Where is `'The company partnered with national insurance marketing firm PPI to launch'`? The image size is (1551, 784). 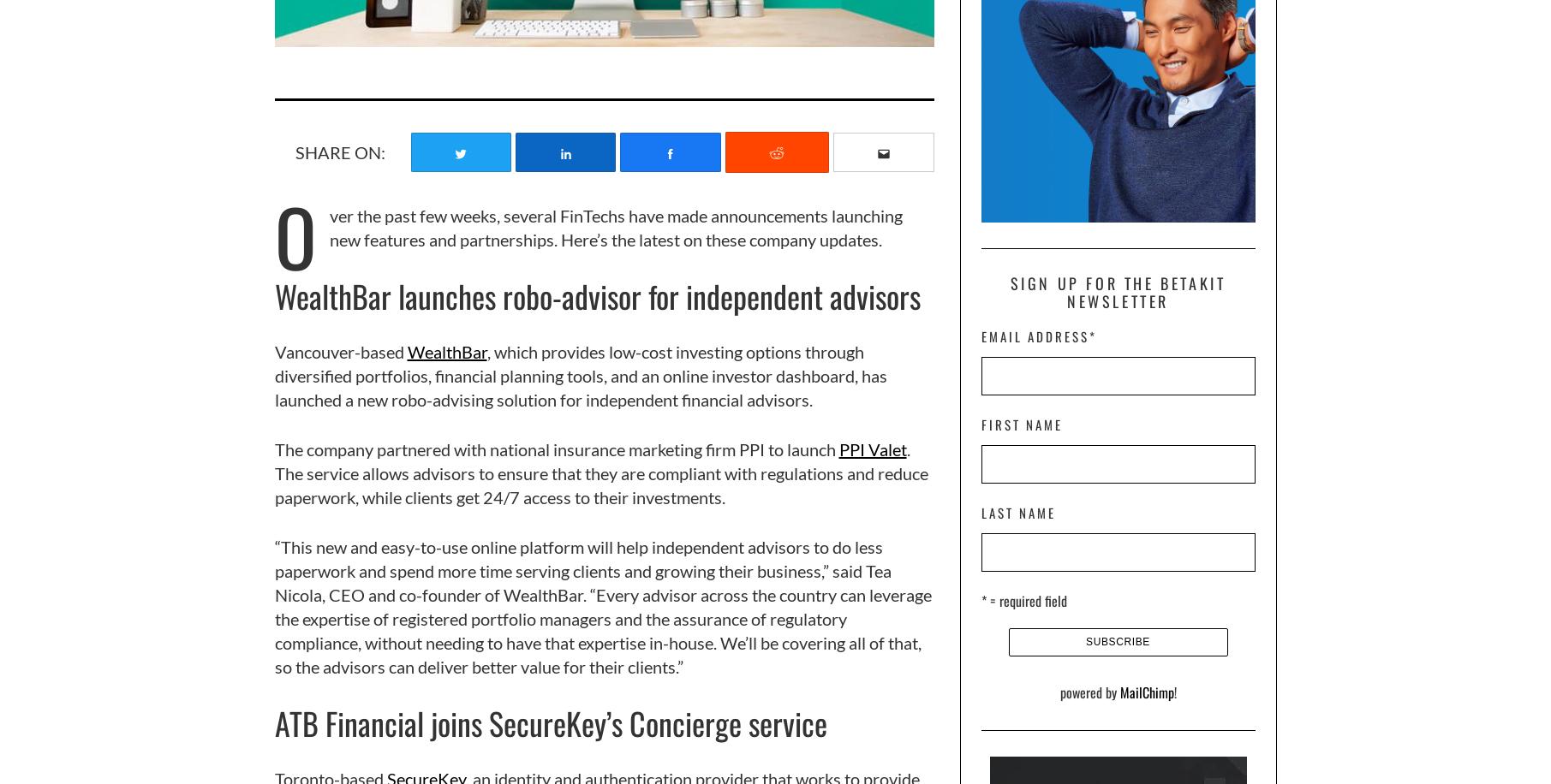
'The company partnered with national insurance marketing firm PPI to launch' is located at coordinates (556, 448).